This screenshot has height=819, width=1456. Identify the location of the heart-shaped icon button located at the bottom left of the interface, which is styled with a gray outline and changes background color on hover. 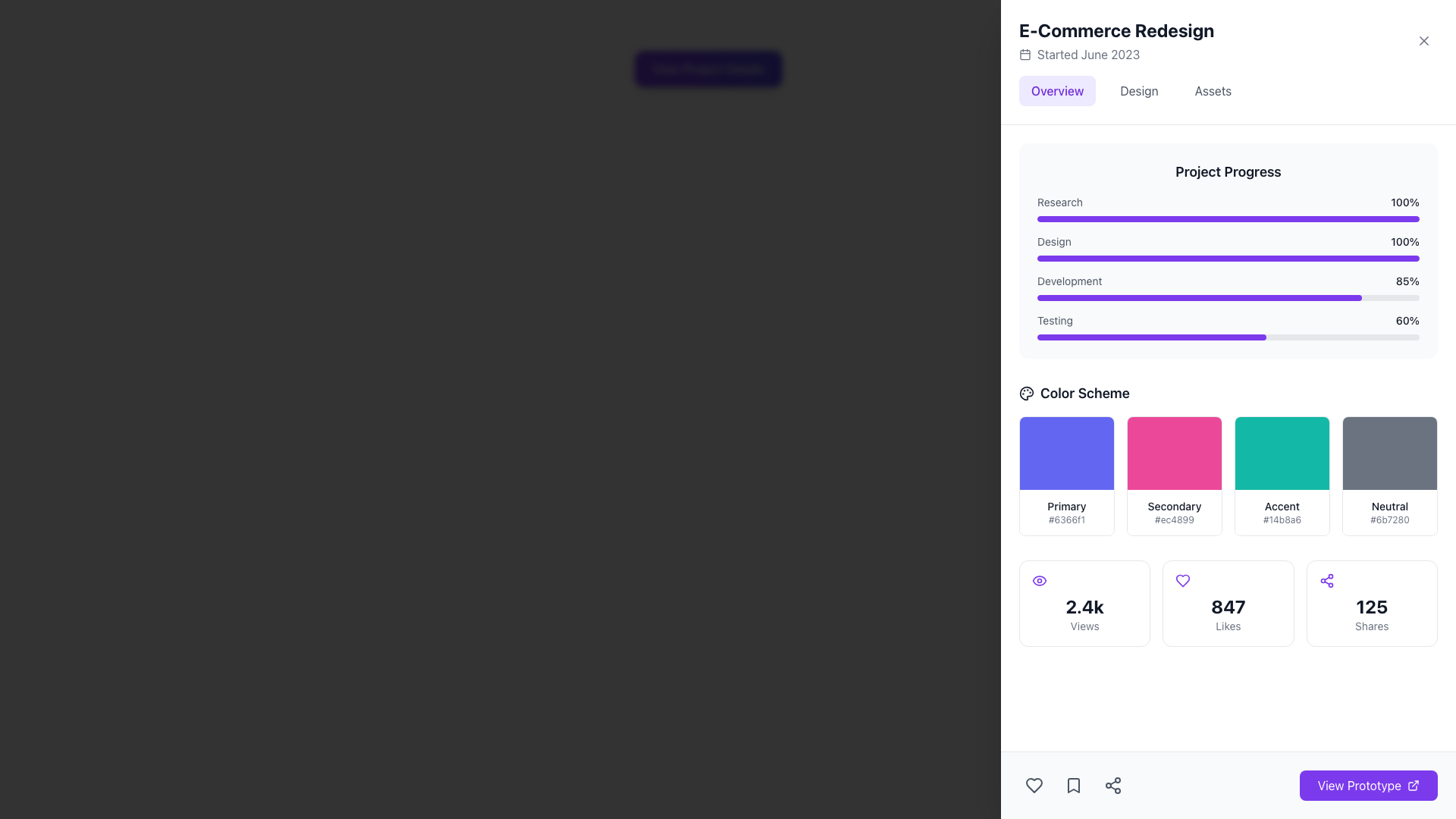
(1033, 785).